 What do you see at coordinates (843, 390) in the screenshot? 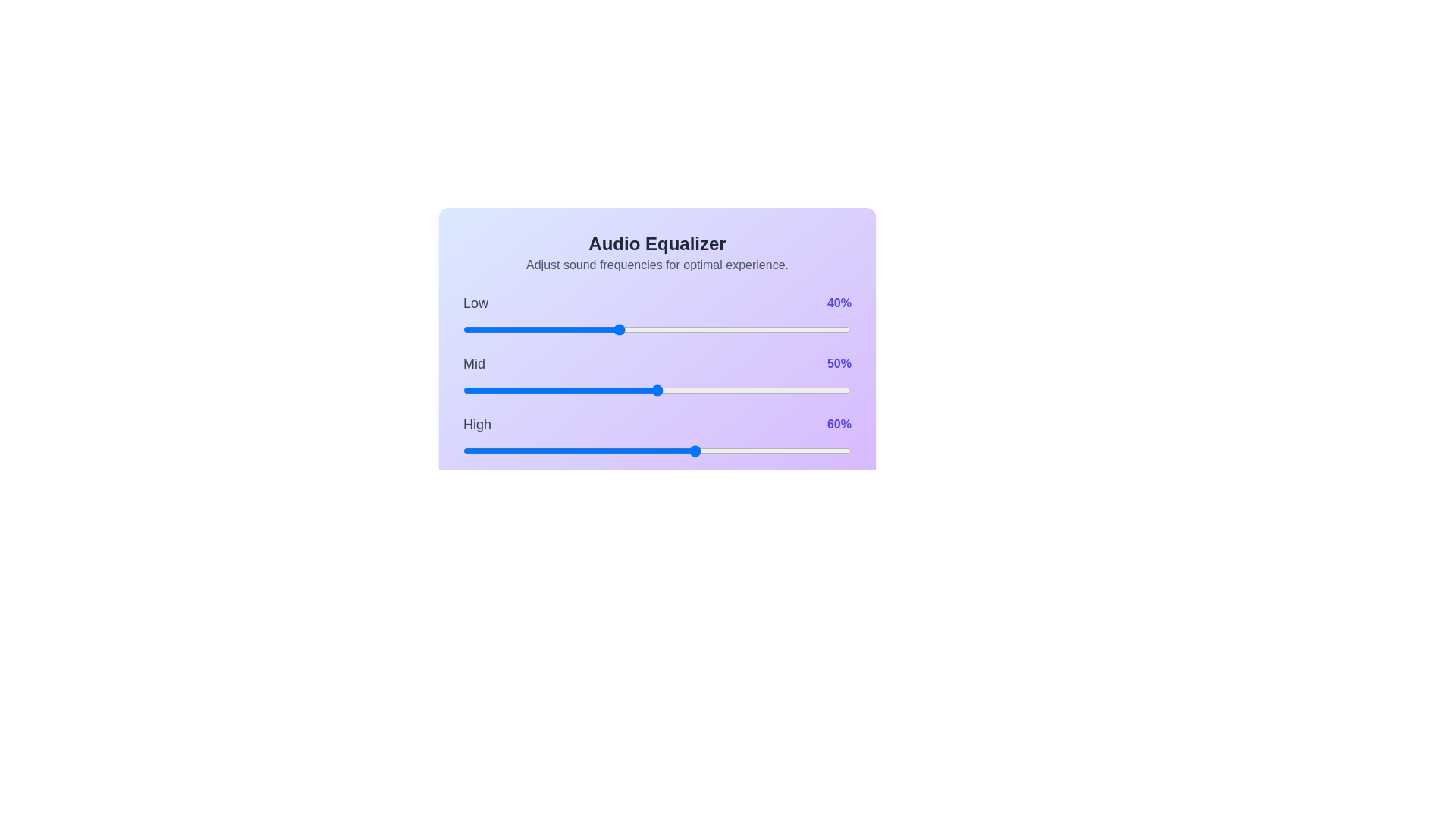
I see `the mid frequency slider to 98%` at bounding box center [843, 390].